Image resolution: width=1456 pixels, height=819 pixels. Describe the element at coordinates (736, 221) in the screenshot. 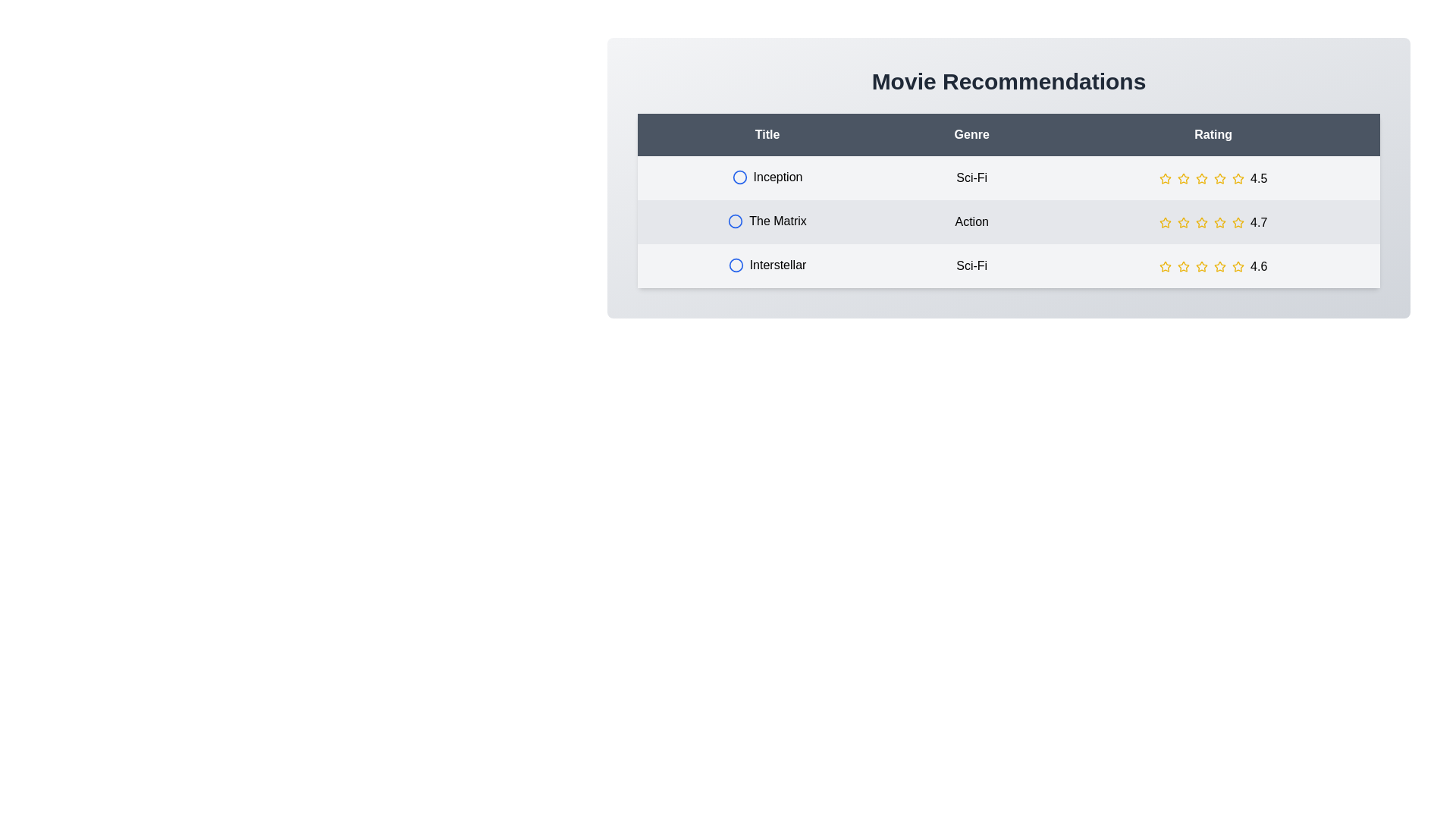

I see `the circle icon next to the movie title The Matrix` at that location.